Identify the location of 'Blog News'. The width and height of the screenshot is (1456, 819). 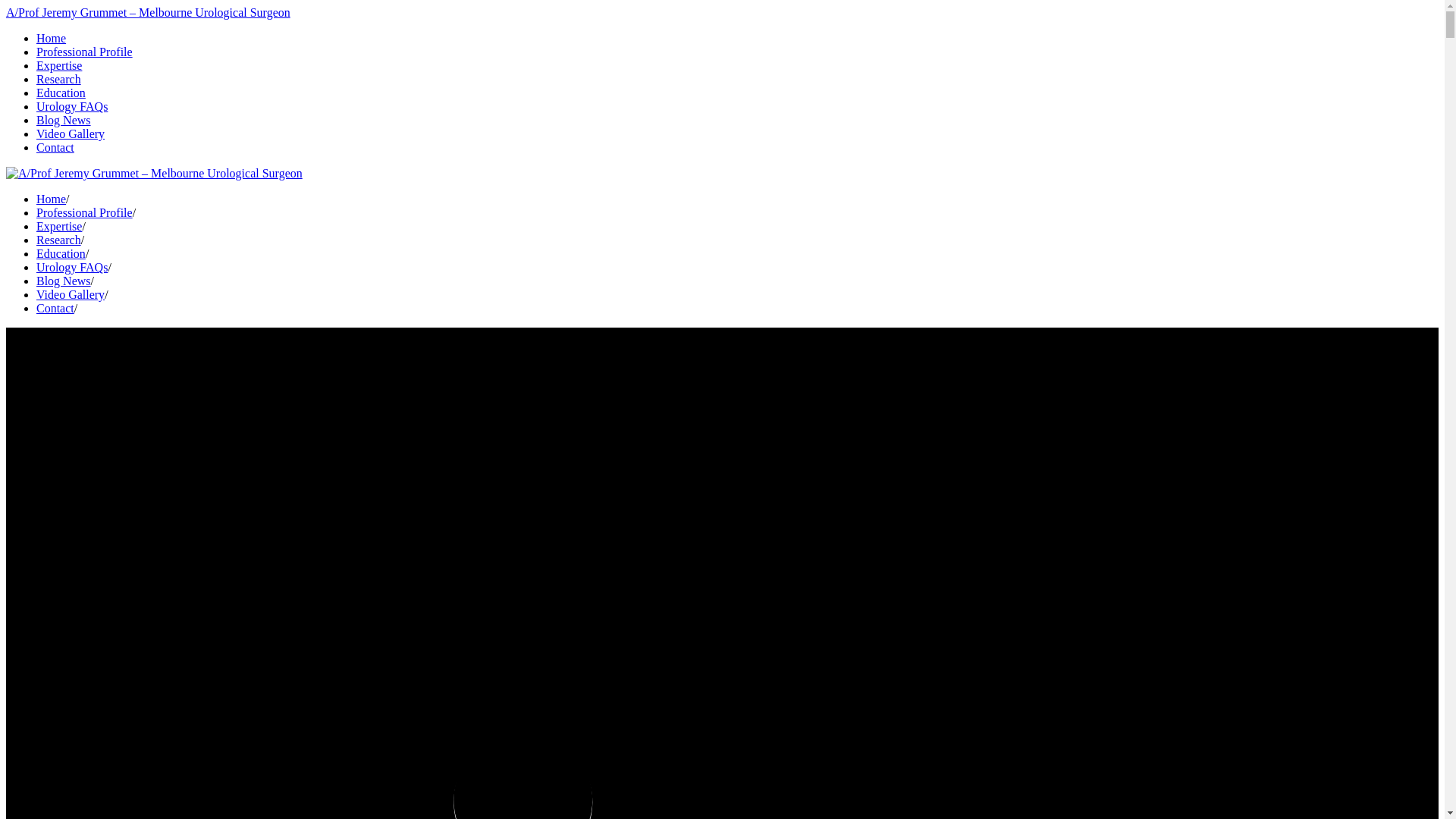
(62, 119).